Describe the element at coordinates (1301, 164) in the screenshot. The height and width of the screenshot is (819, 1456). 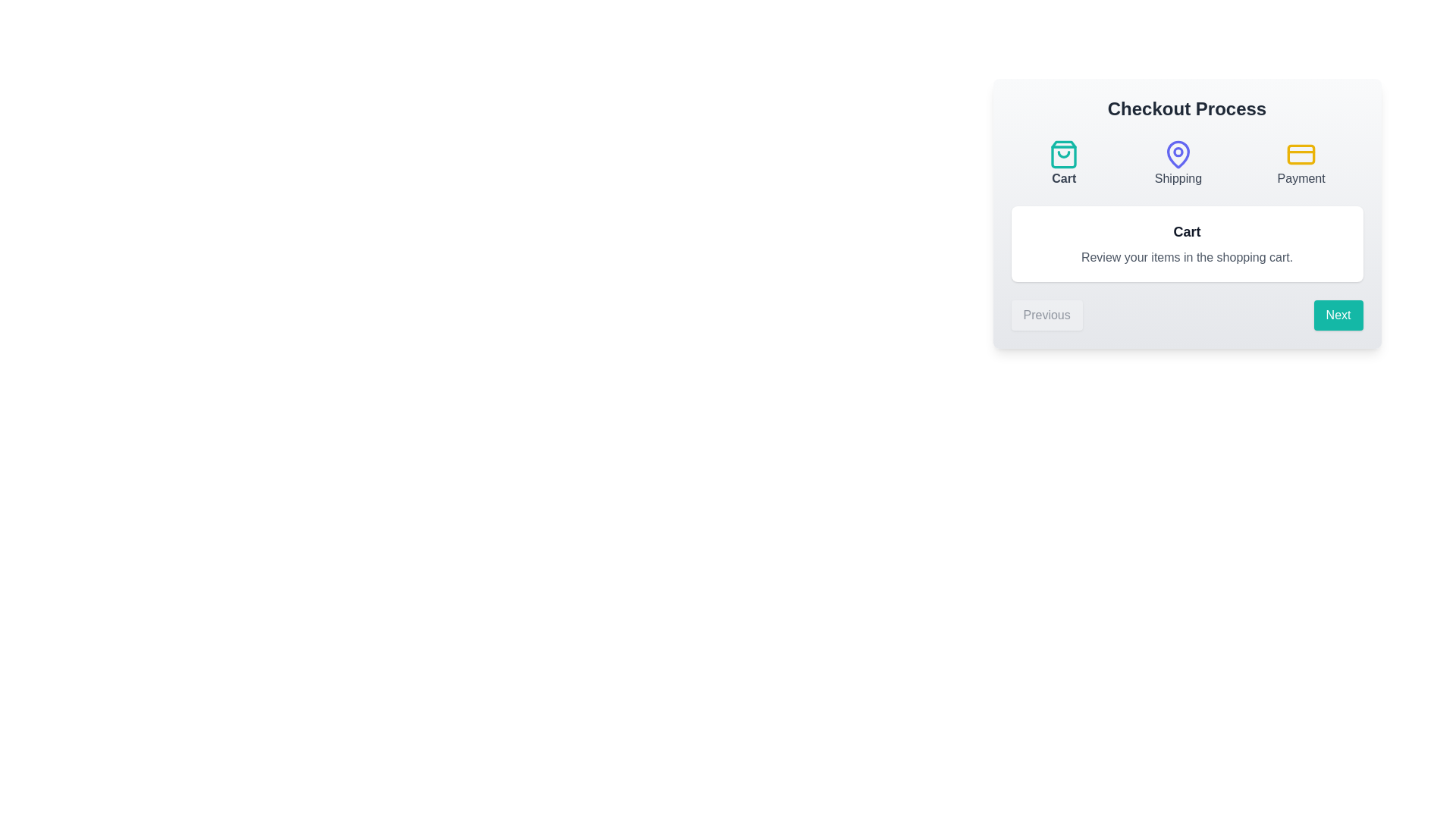
I see `the step icon for Payment to inspect its color and style` at that location.